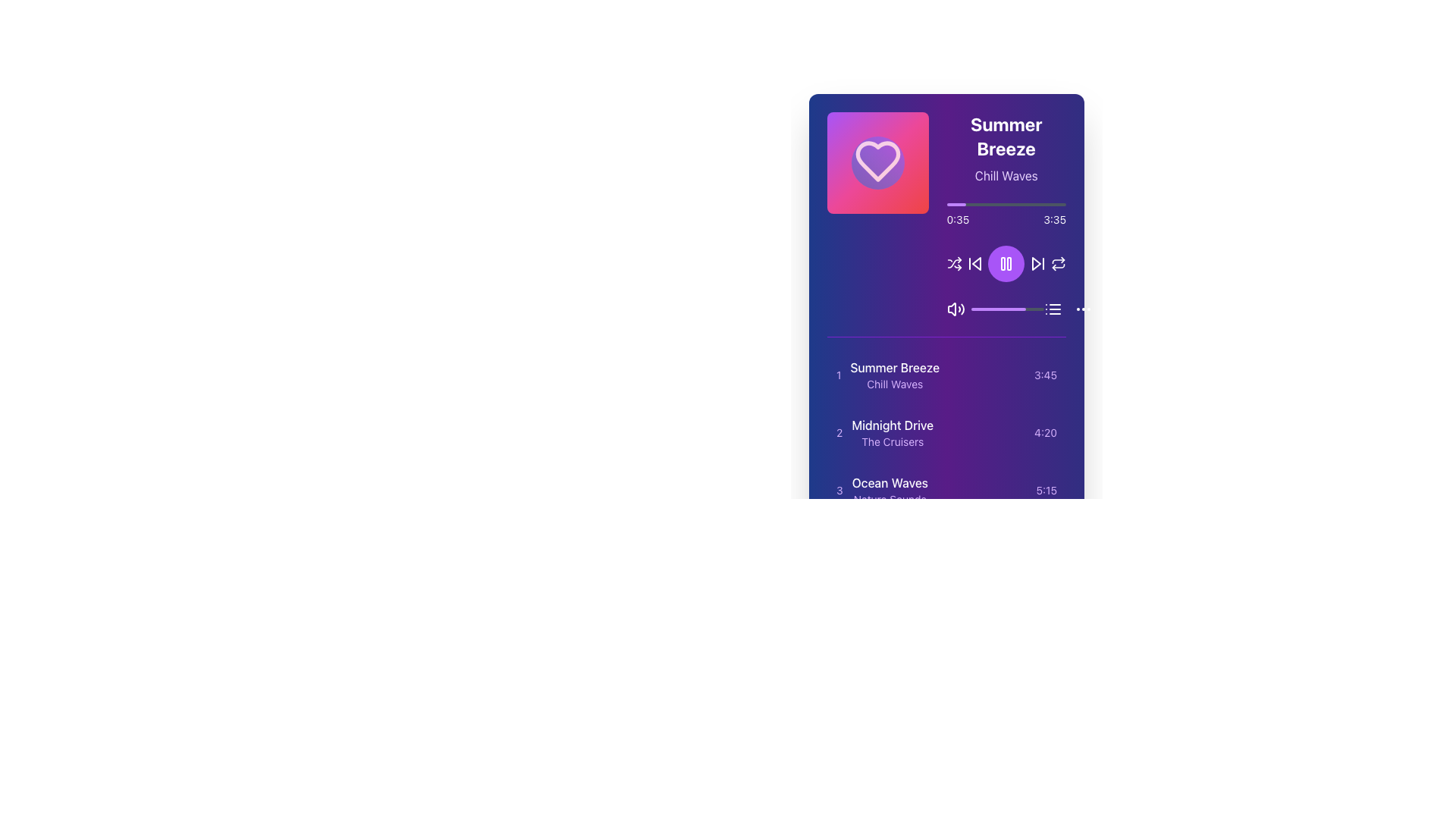  Describe the element at coordinates (957, 219) in the screenshot. I see `the static text label displaying the time '0:35', which is positioned to the left of the '3:35' timestamp and is part of the media player's timing information area` at that location.